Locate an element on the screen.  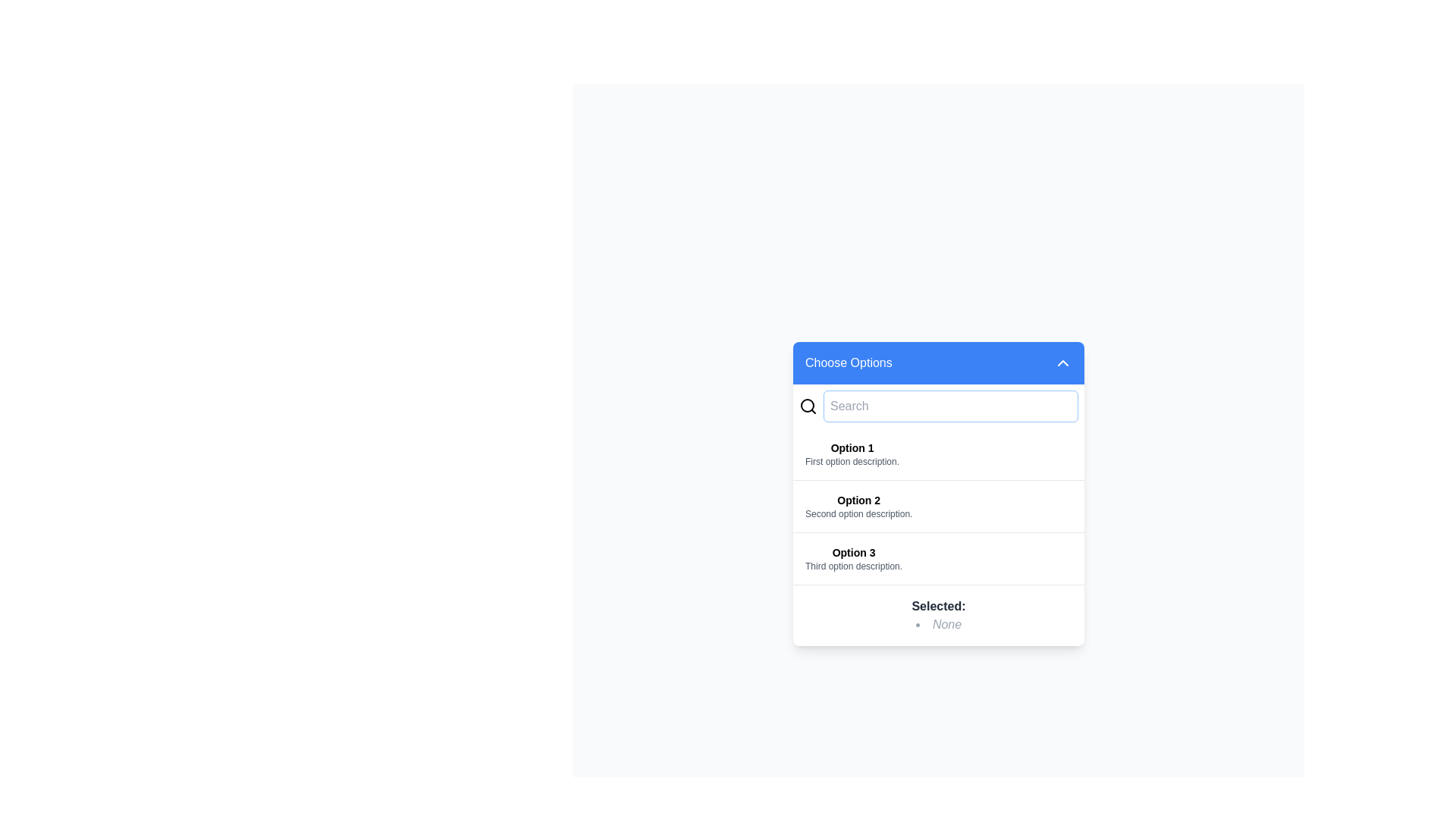
description of the second option labeled 'Second option description.' which is located below the bold text 'Option 2' is located at coordinates (858, 513).